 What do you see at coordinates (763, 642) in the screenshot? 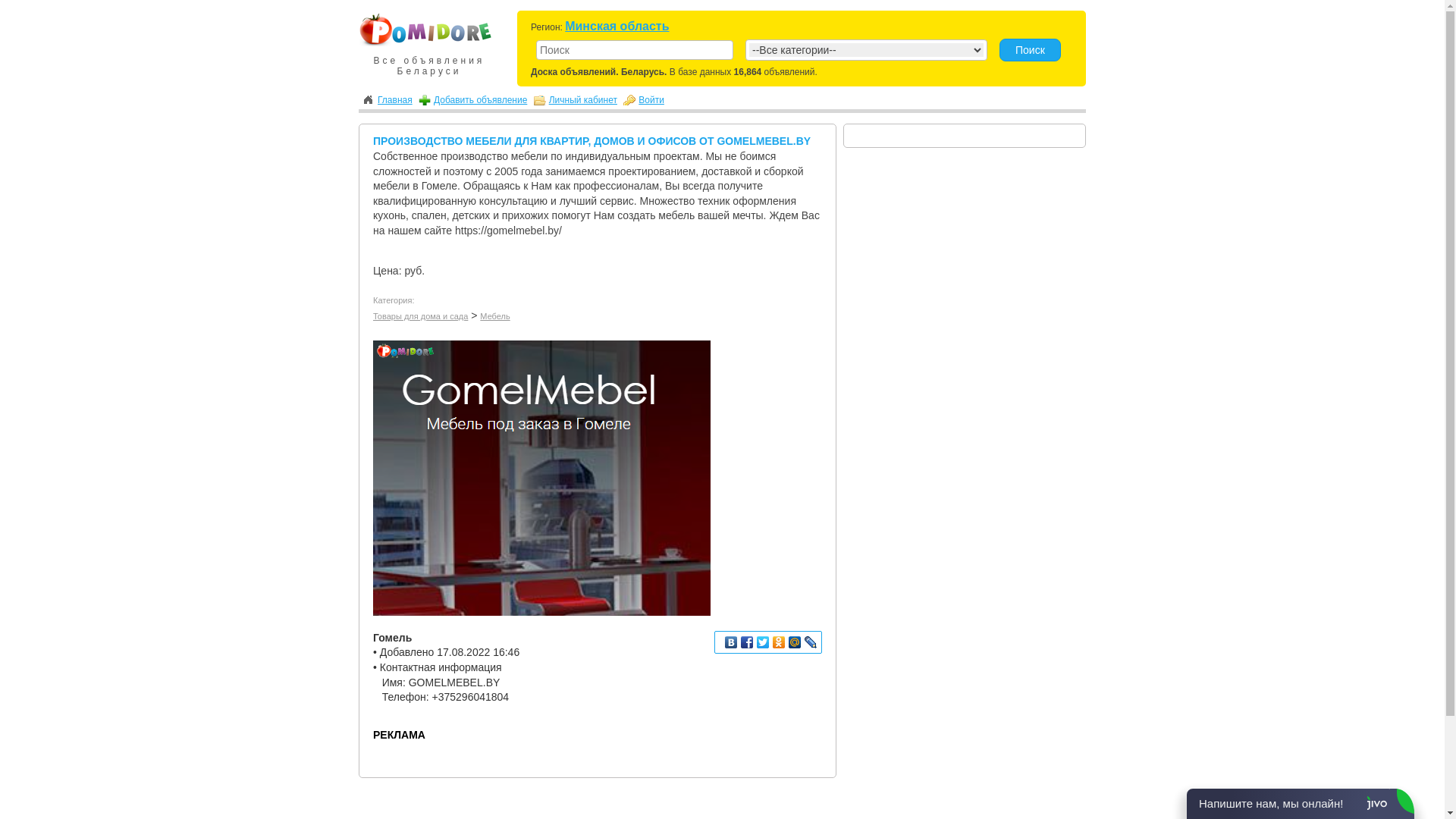
I see `'Twitter'` at bounding box center [763, 642].